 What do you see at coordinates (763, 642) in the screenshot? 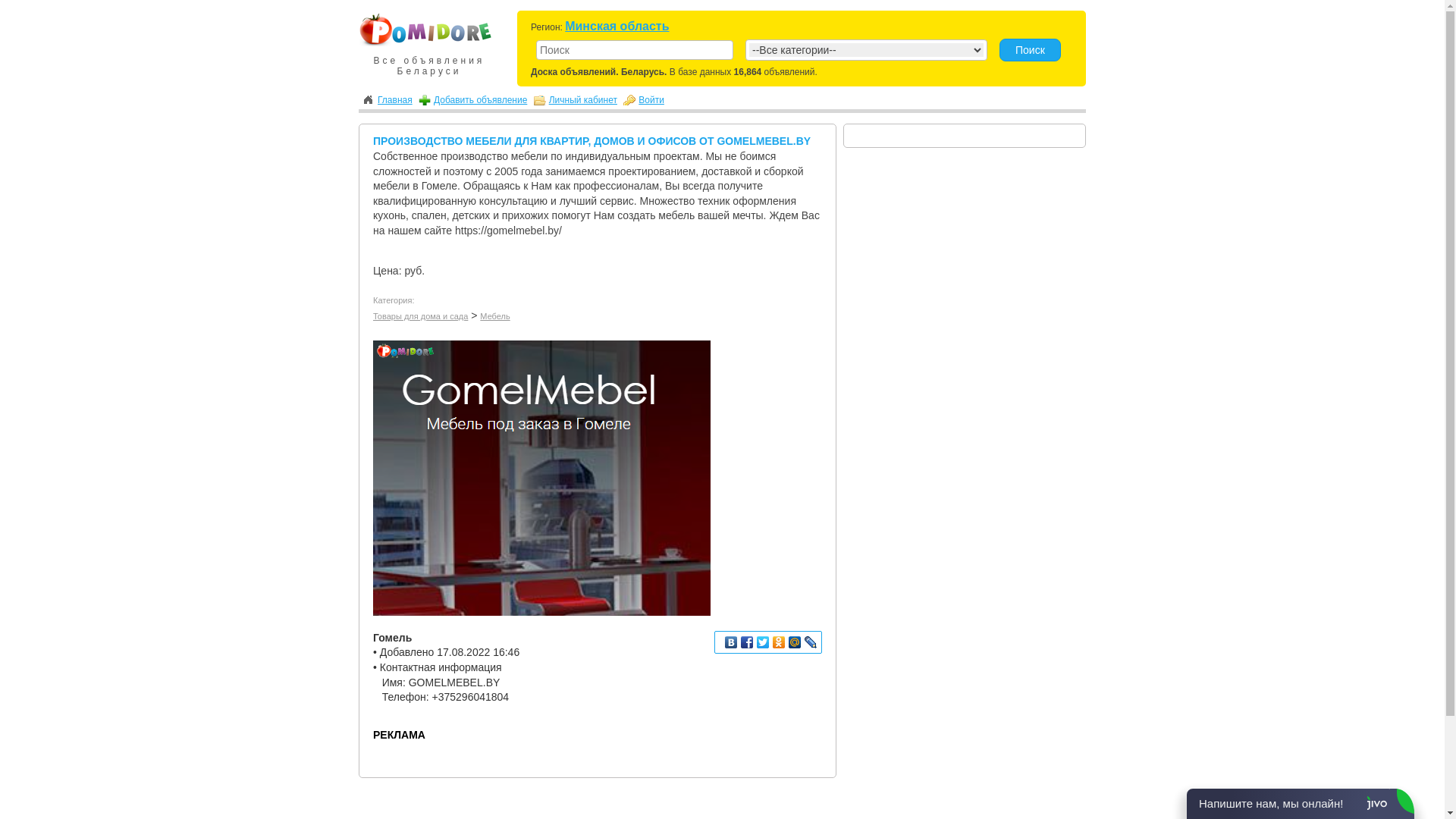
I see `'Twitter'` at bounding box center [763, 642].